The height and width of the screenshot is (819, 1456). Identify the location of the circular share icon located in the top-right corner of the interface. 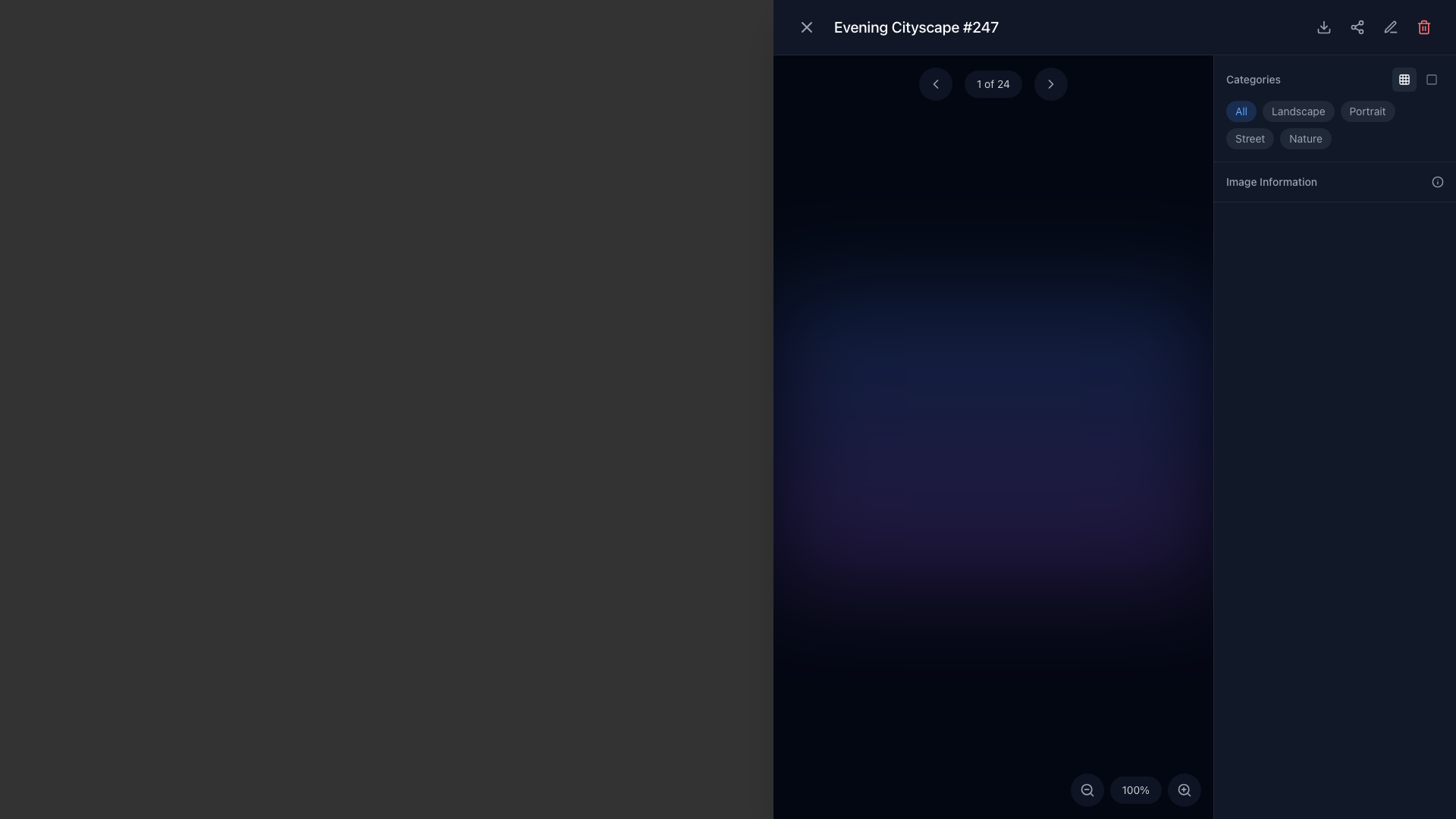
(1357, 27).